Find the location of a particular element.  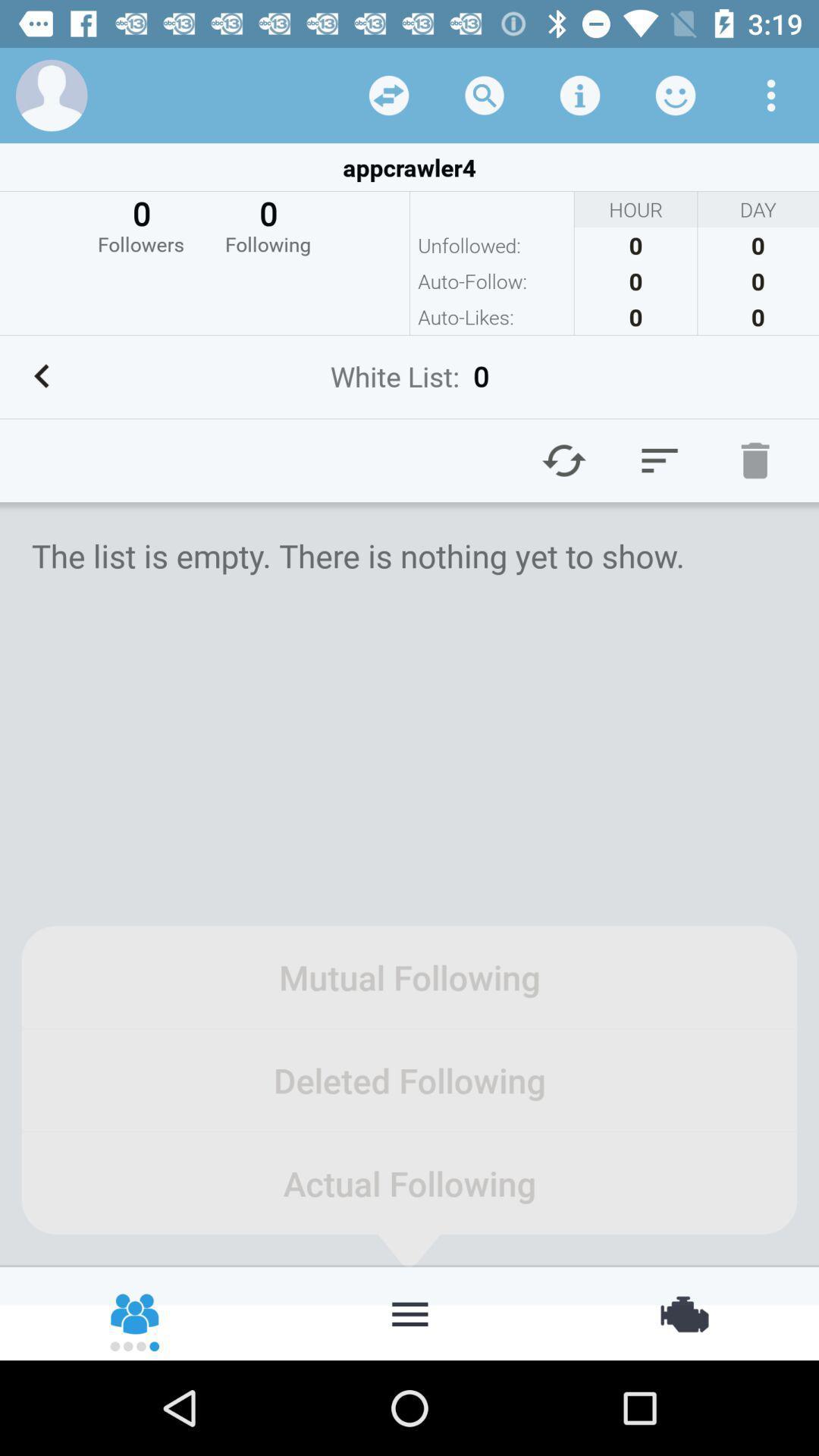

click the profile picture is located at coordinates (51, 94).